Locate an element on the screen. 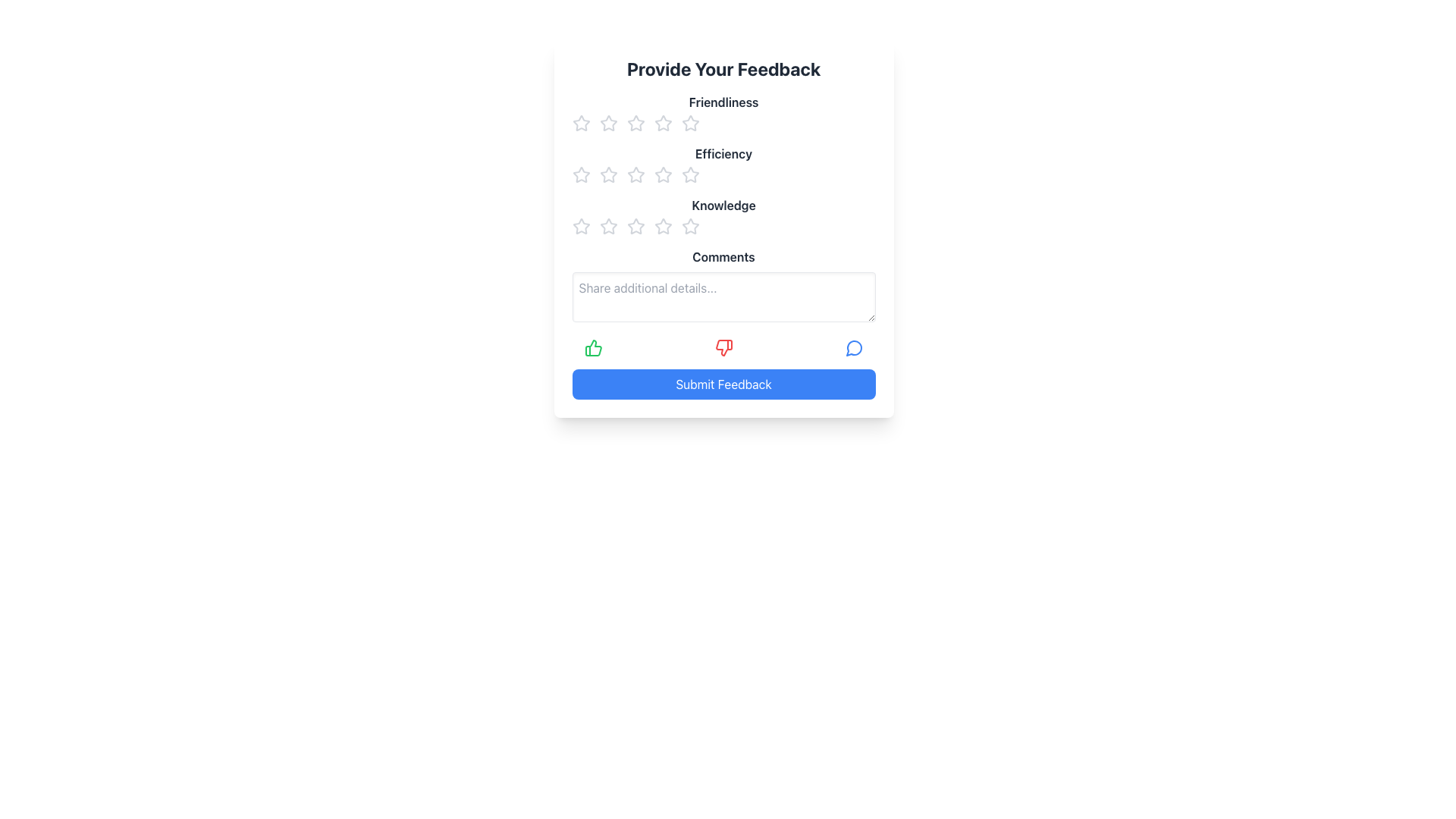 The width and height of the screenshot is (1456, 819). the green thumbs-up icon located at the left end of the feedback section is located at coordinates (592, 348).